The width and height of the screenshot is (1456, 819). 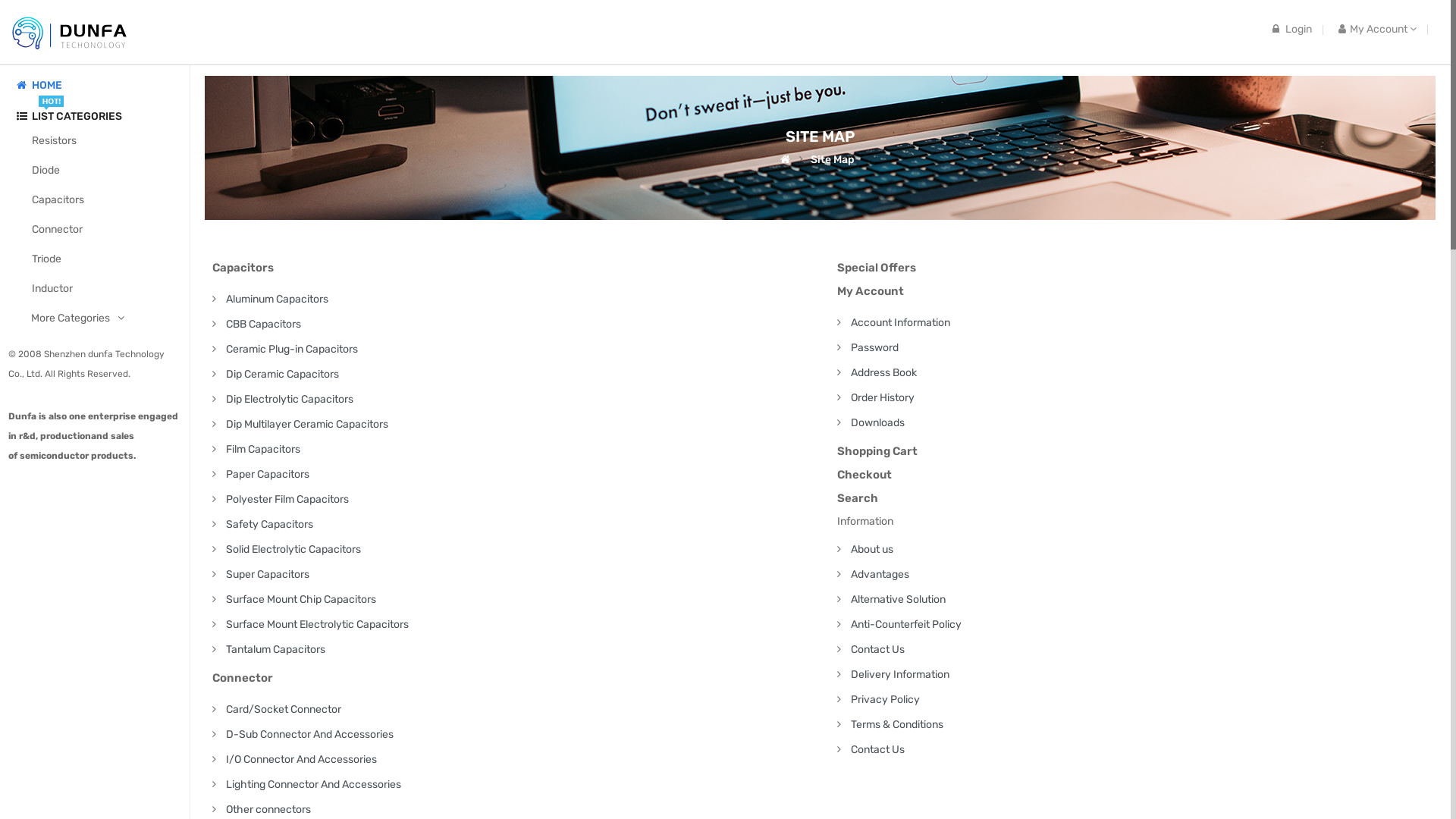 I want to click on 'D-Sub Connector And Accessories', so click(x=224, y=733).